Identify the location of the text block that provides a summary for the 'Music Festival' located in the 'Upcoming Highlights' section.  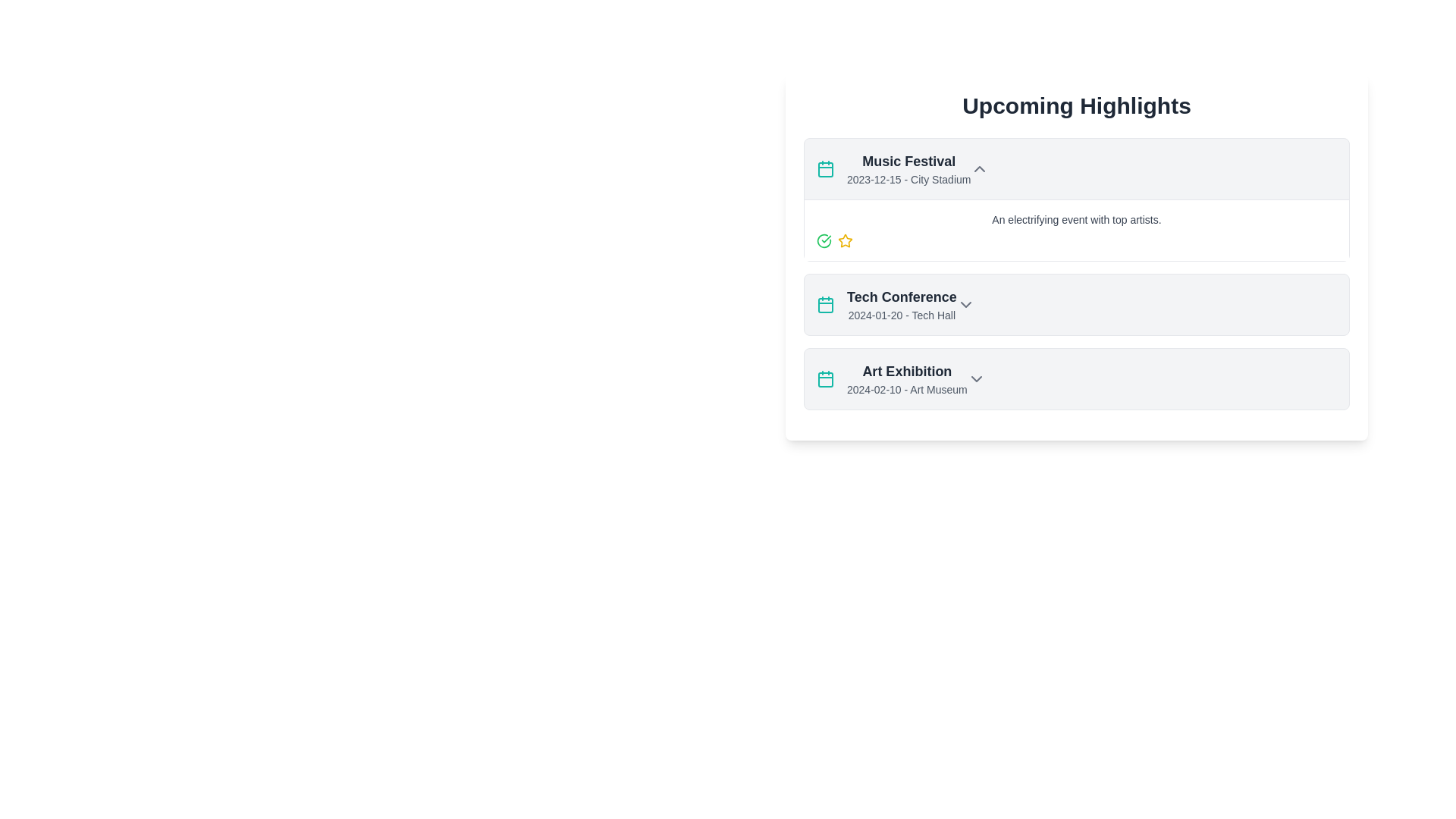
(1076, 230).